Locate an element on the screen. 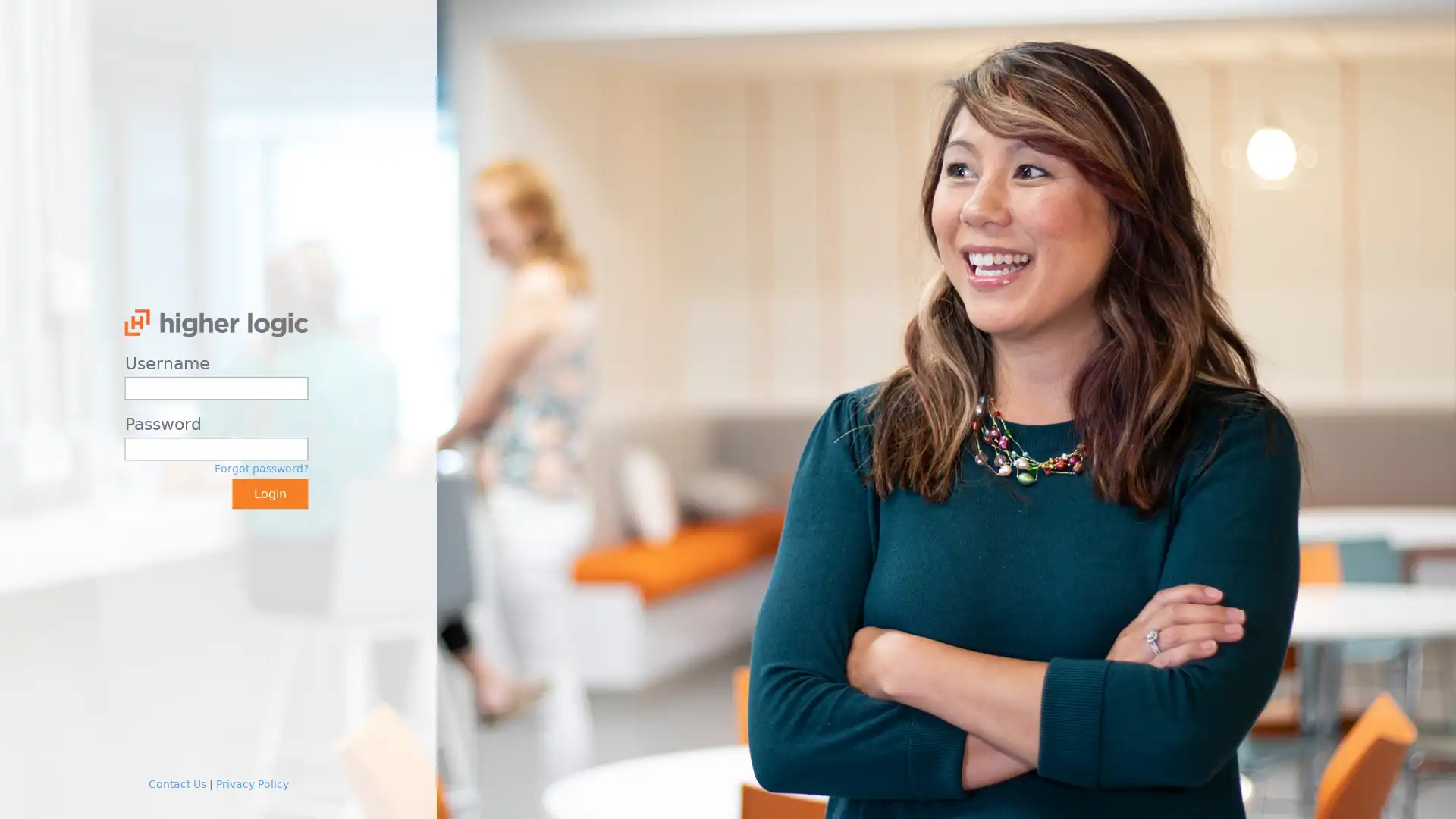 Image resolution: width=1456 pixels, height=819 pixels. Login is located at coordinates (269, 494).